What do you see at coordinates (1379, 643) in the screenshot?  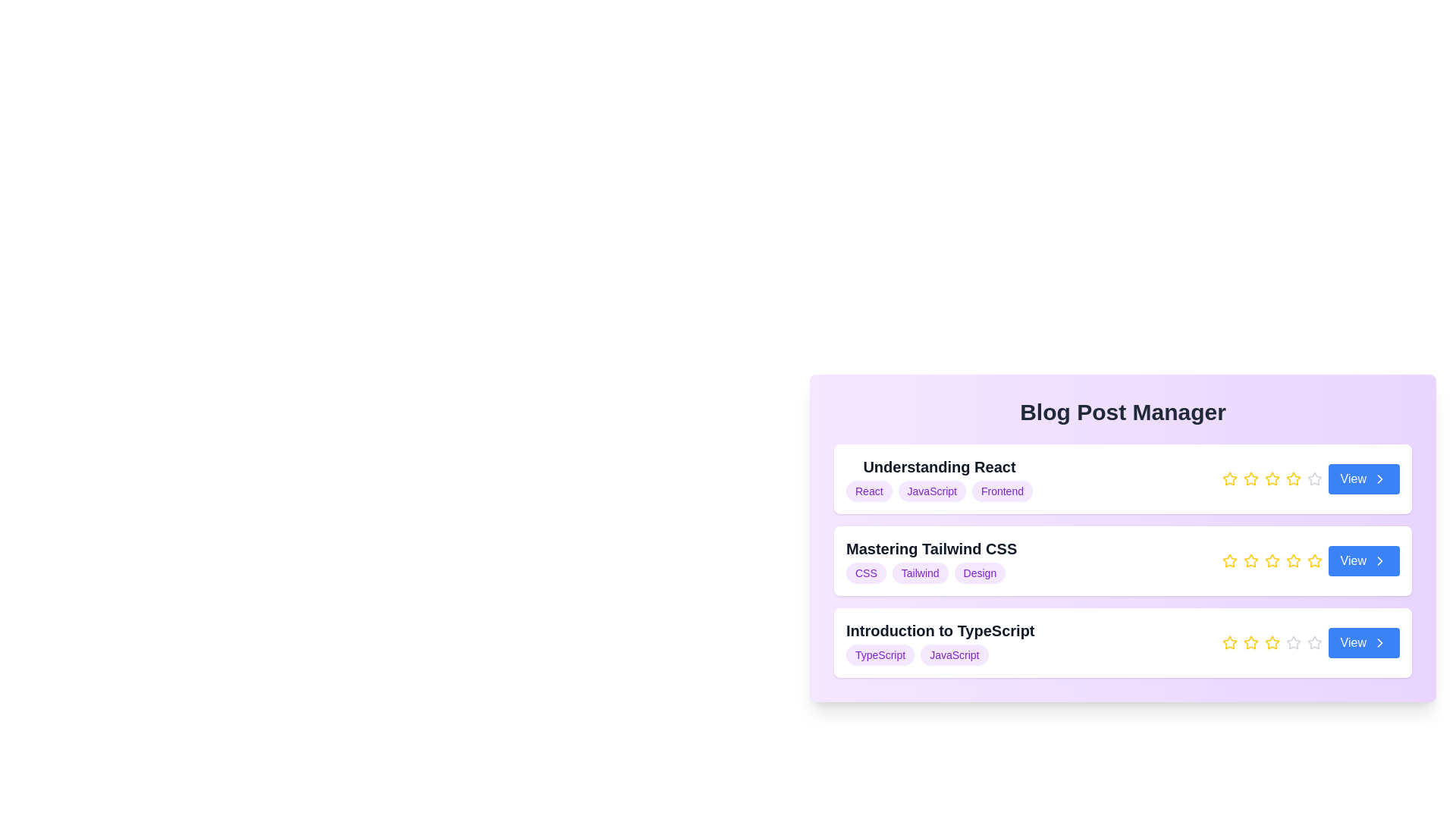 I see `the right-facing chevron icon inside the blue 'View' button associated with the third item in the 'Blog Post Manager' list` at bounding box center [1379, 643].